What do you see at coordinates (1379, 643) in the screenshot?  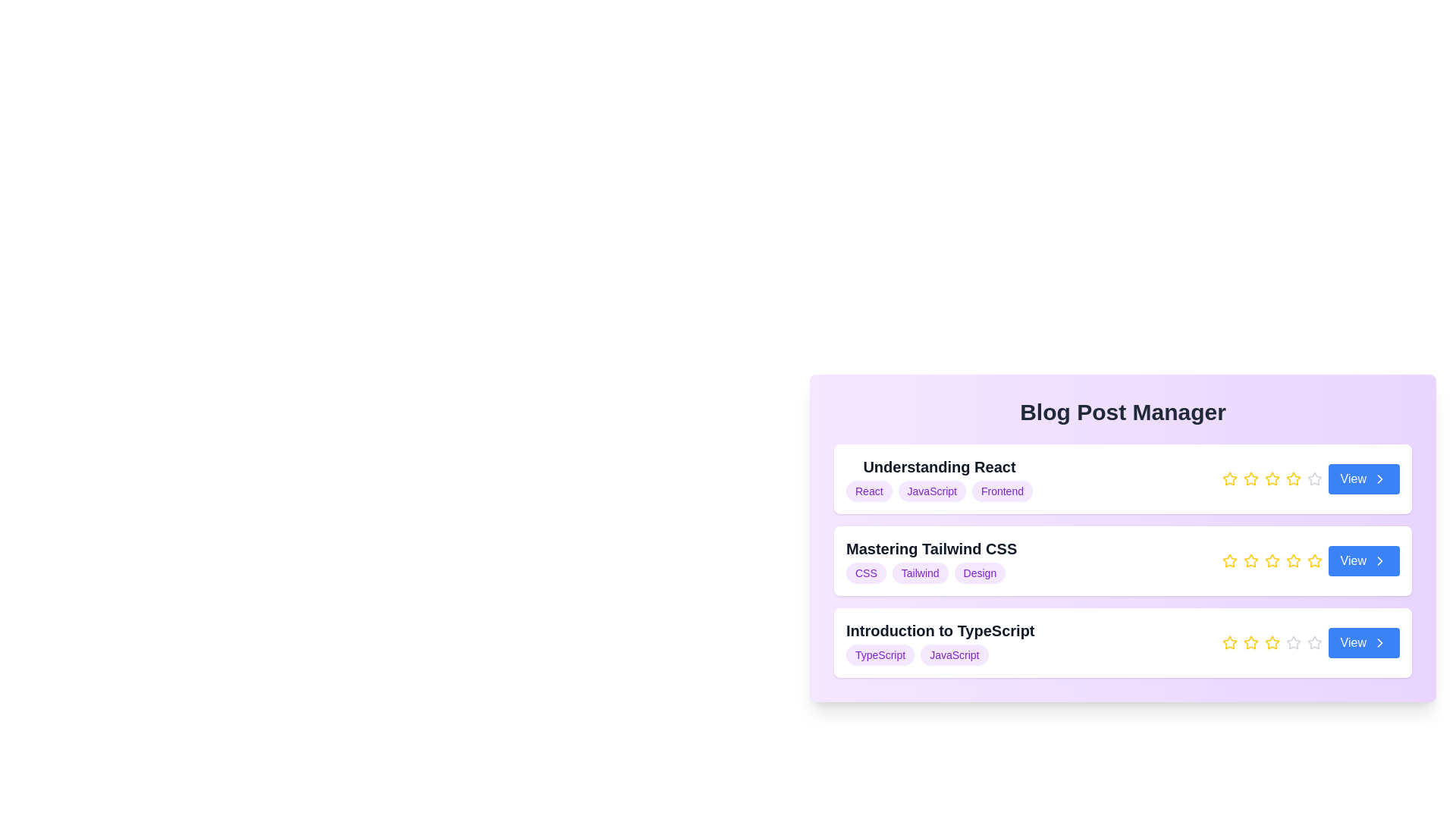 I see `the right-facing chevron icon inside the blue 'View' button associated with the third item in the 'Blog Post Manager' list` at bounding box center [1379, 643].